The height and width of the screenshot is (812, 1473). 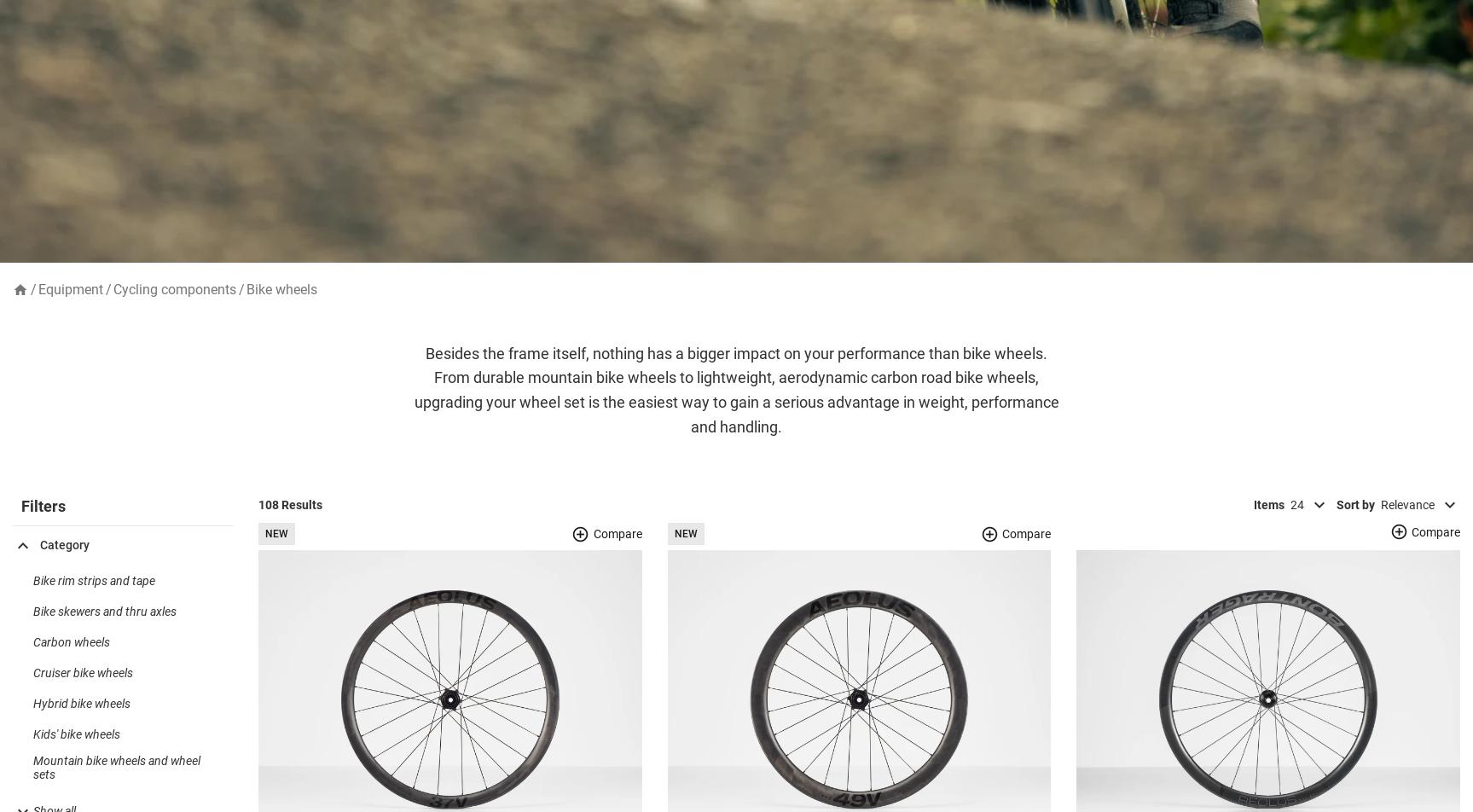 What do you see at coordinates (71, 668) in the screenshot?
I see `'Carbon wheels'` at bounding box center [71, 668].